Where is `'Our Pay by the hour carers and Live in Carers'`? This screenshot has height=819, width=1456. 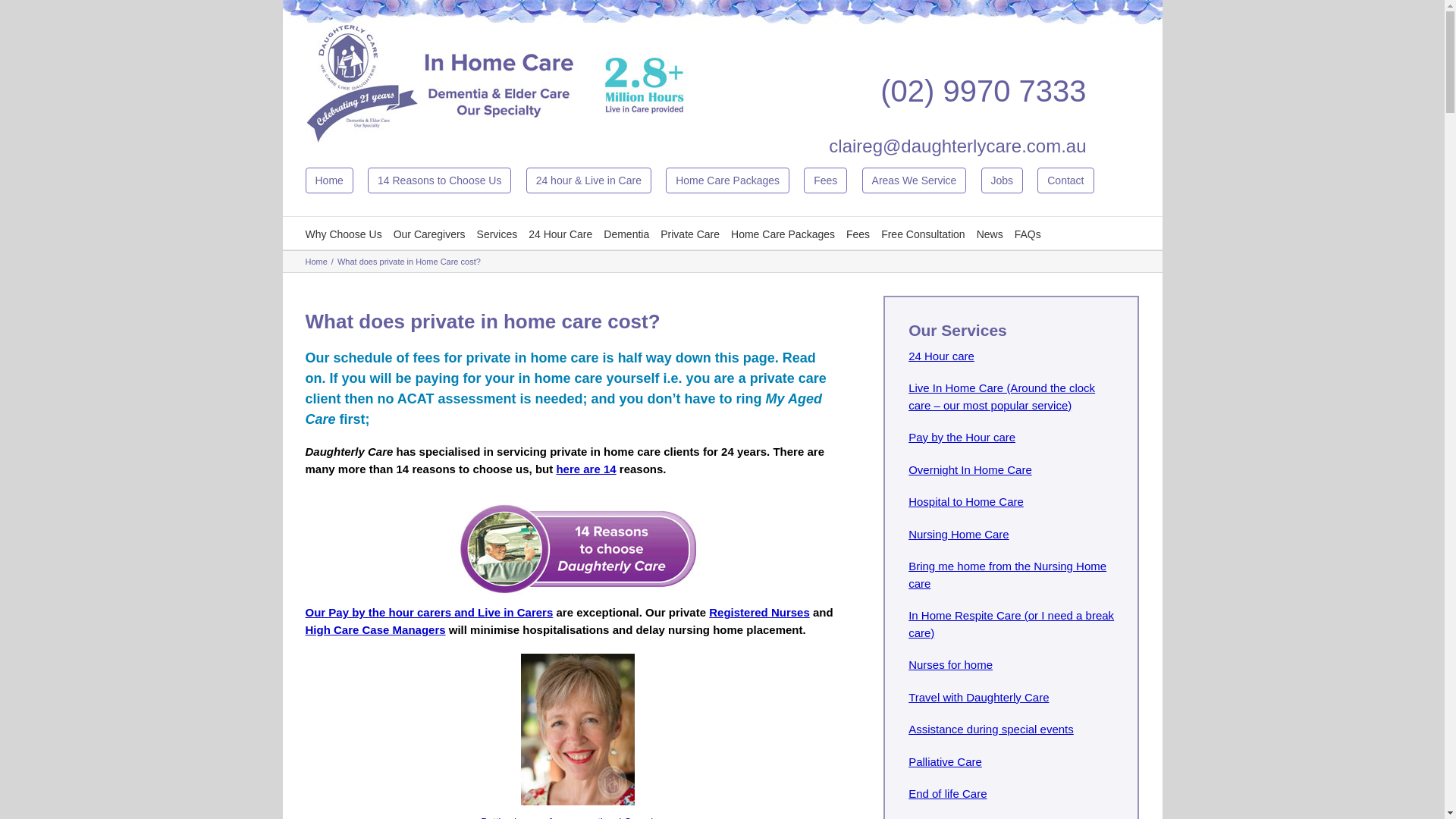
'Our Pay by the hour carers and Live in Carers' is located at coordinates (428, 611).